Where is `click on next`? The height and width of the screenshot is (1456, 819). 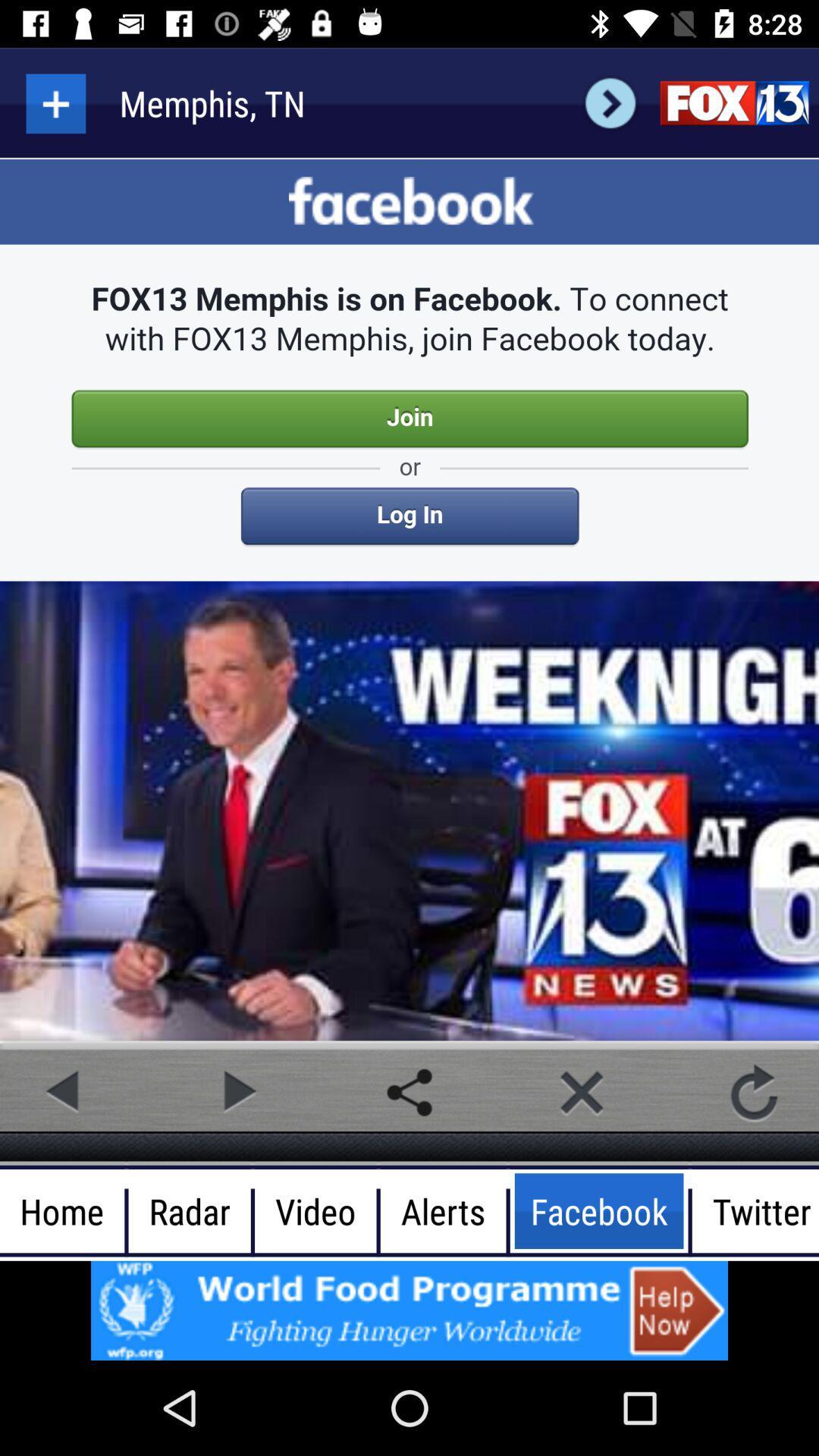
click on next is located at coordinates (610, 102).